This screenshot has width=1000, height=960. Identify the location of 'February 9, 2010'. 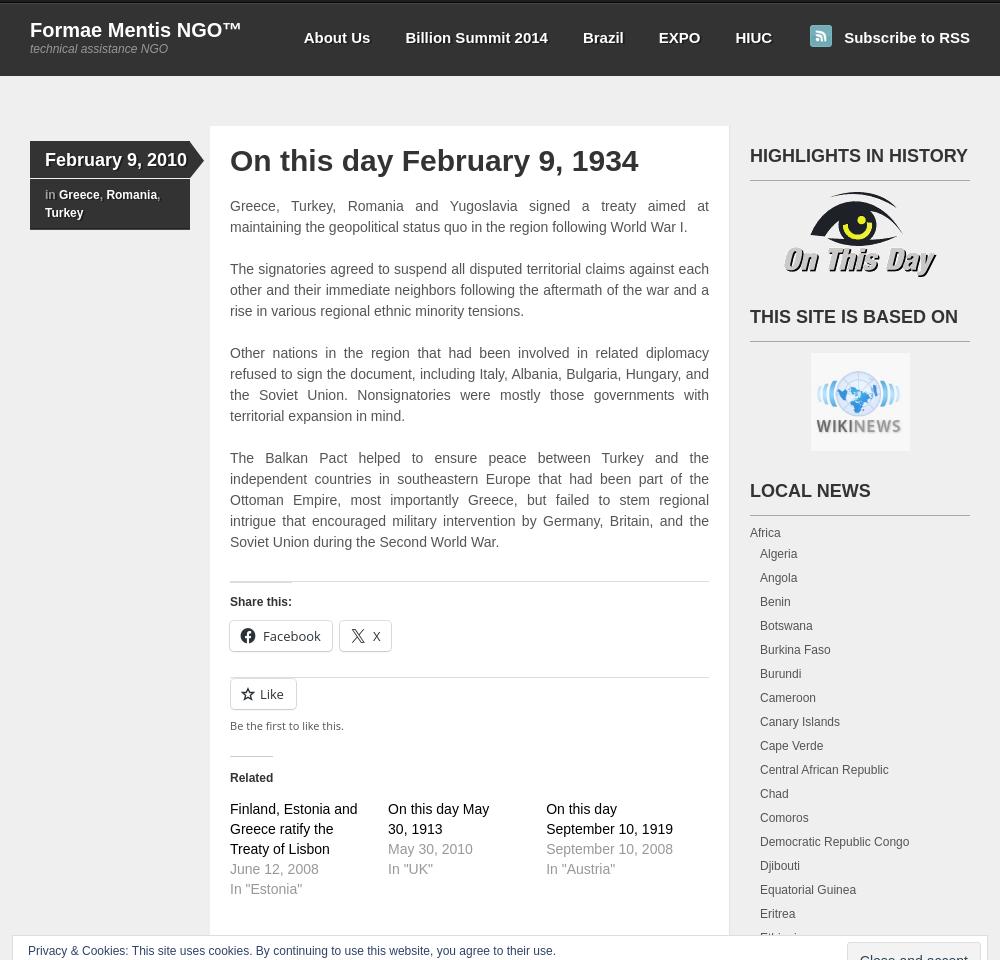
(115, 159).